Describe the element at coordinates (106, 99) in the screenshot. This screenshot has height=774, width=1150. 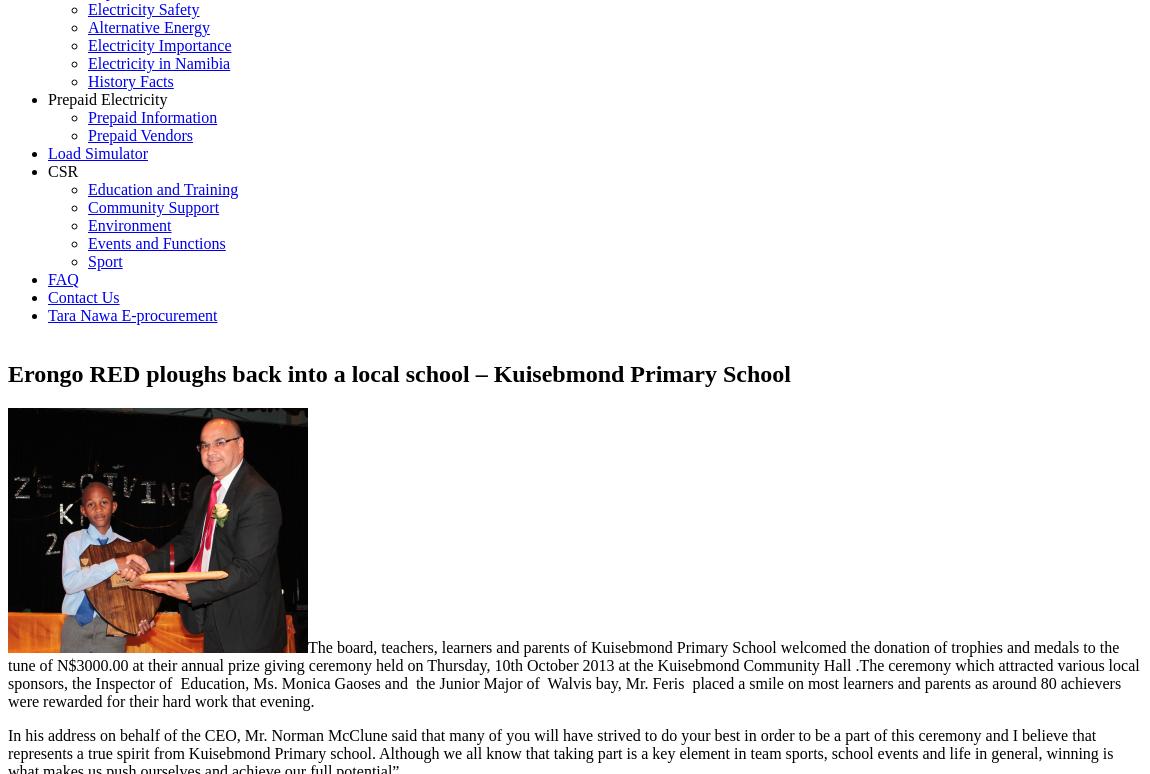
I see `'Prepaid Electricity'` at that location.